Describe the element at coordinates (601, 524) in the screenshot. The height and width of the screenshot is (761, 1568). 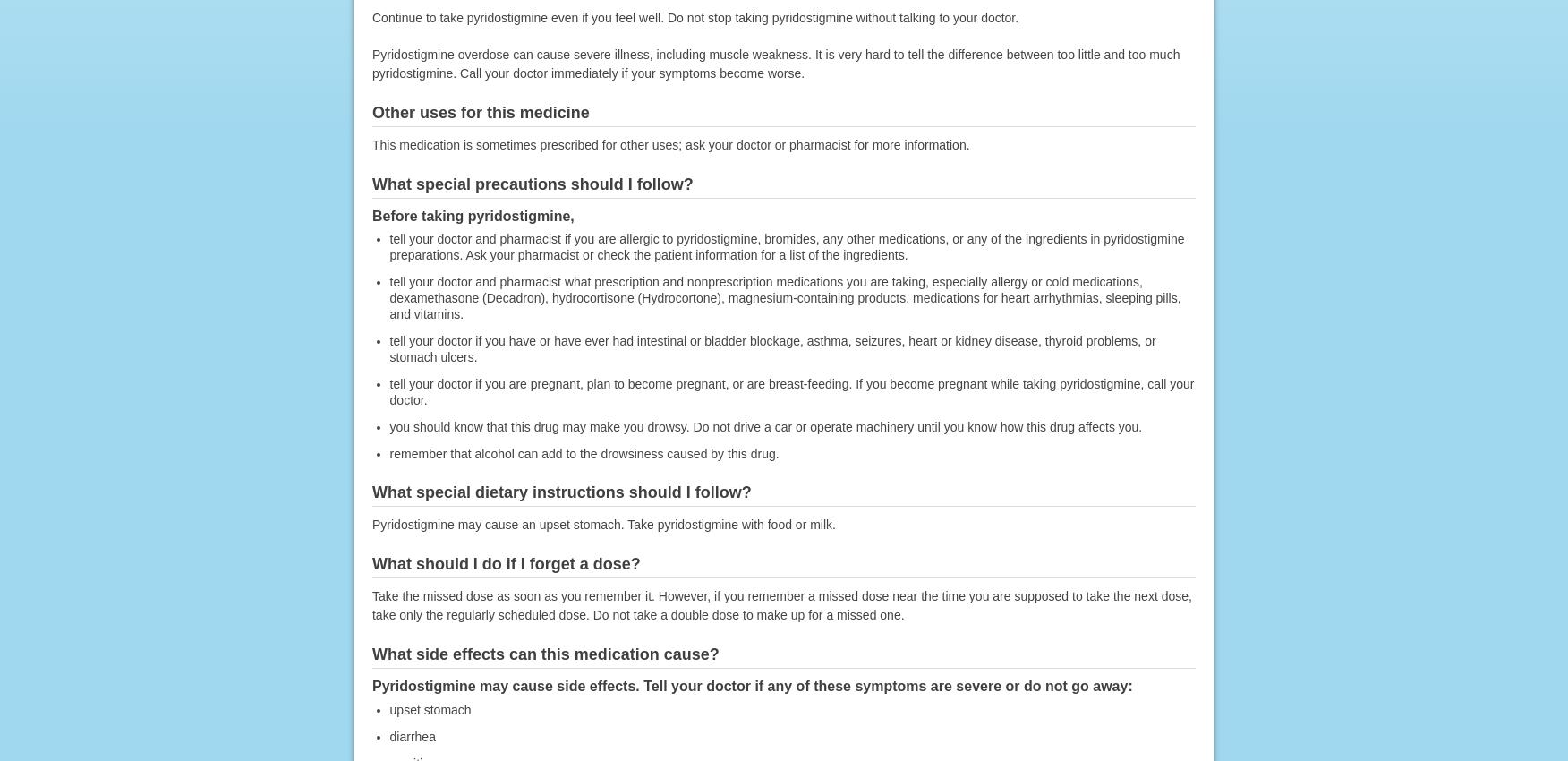
I see `'Pyridostigmine may cause an upset stomach. Take pyridostigmine with food or milk.'` at that location.